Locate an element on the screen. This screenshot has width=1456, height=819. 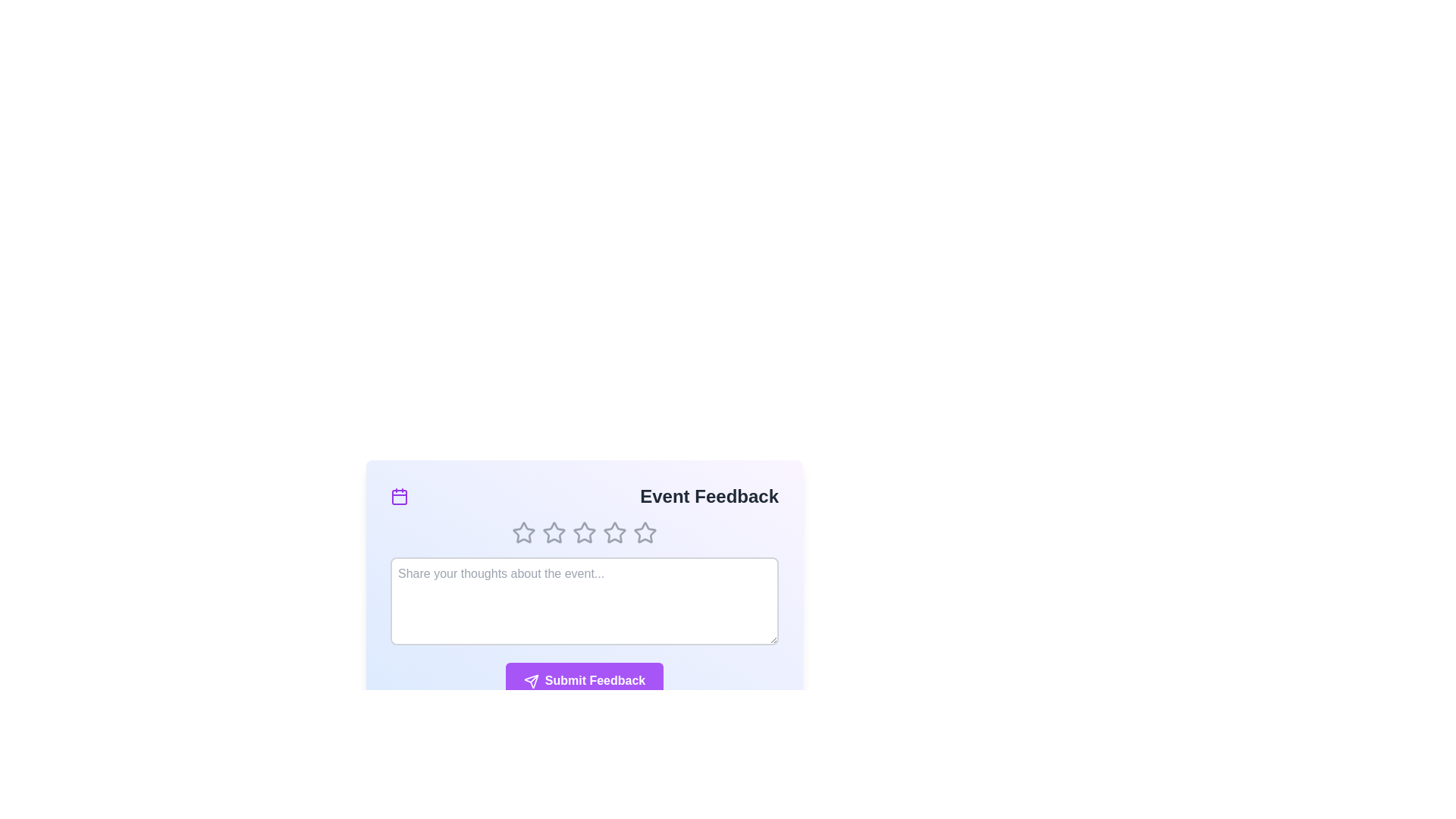
the rectangular text input field with a placeholder that reads 'Share your thoughts about the event...' to start typing is located at coordinates (584, 590).